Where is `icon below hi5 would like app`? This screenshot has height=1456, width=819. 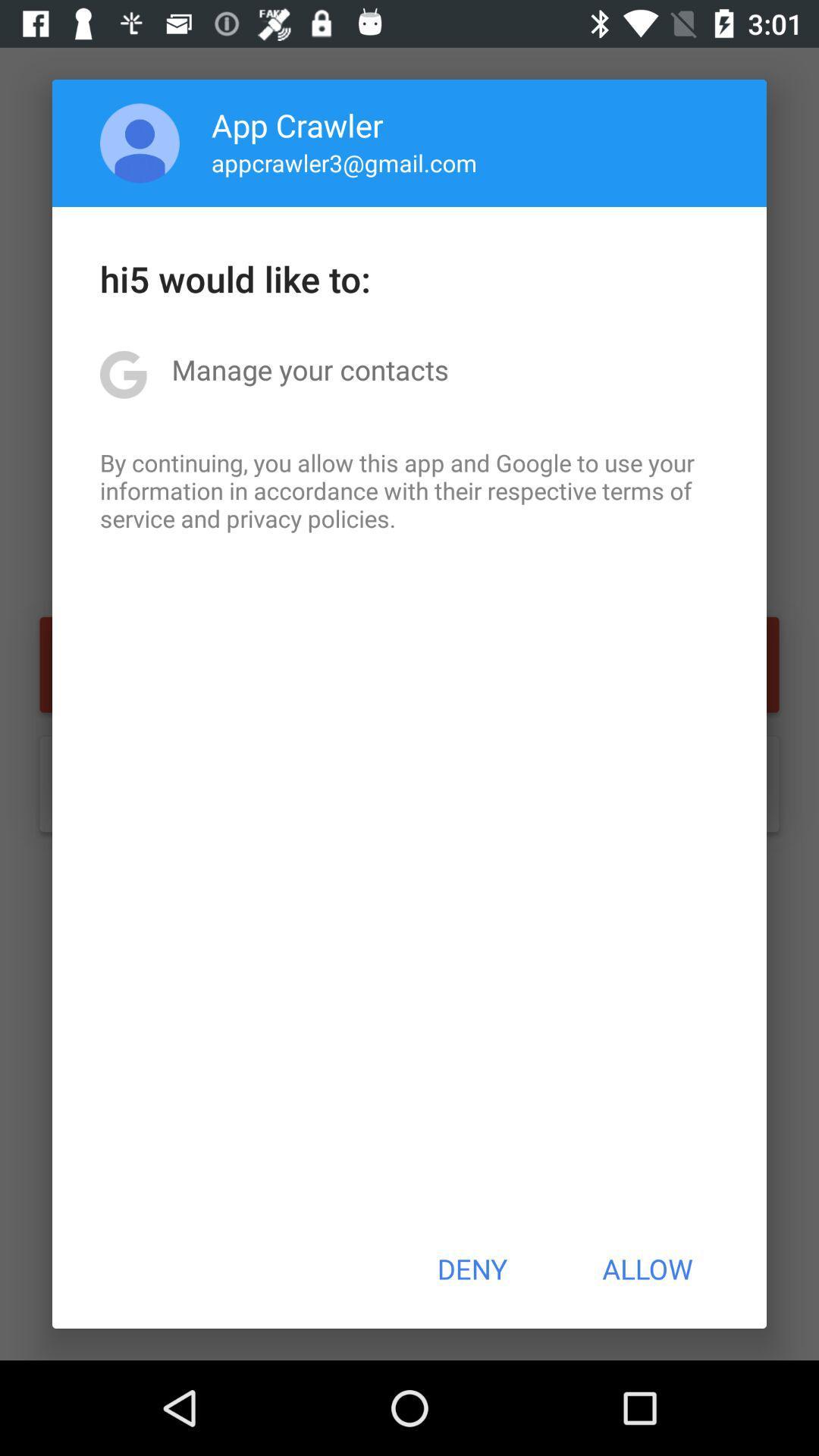
icon below hi5 would like app is located at coordinates (309, 369).